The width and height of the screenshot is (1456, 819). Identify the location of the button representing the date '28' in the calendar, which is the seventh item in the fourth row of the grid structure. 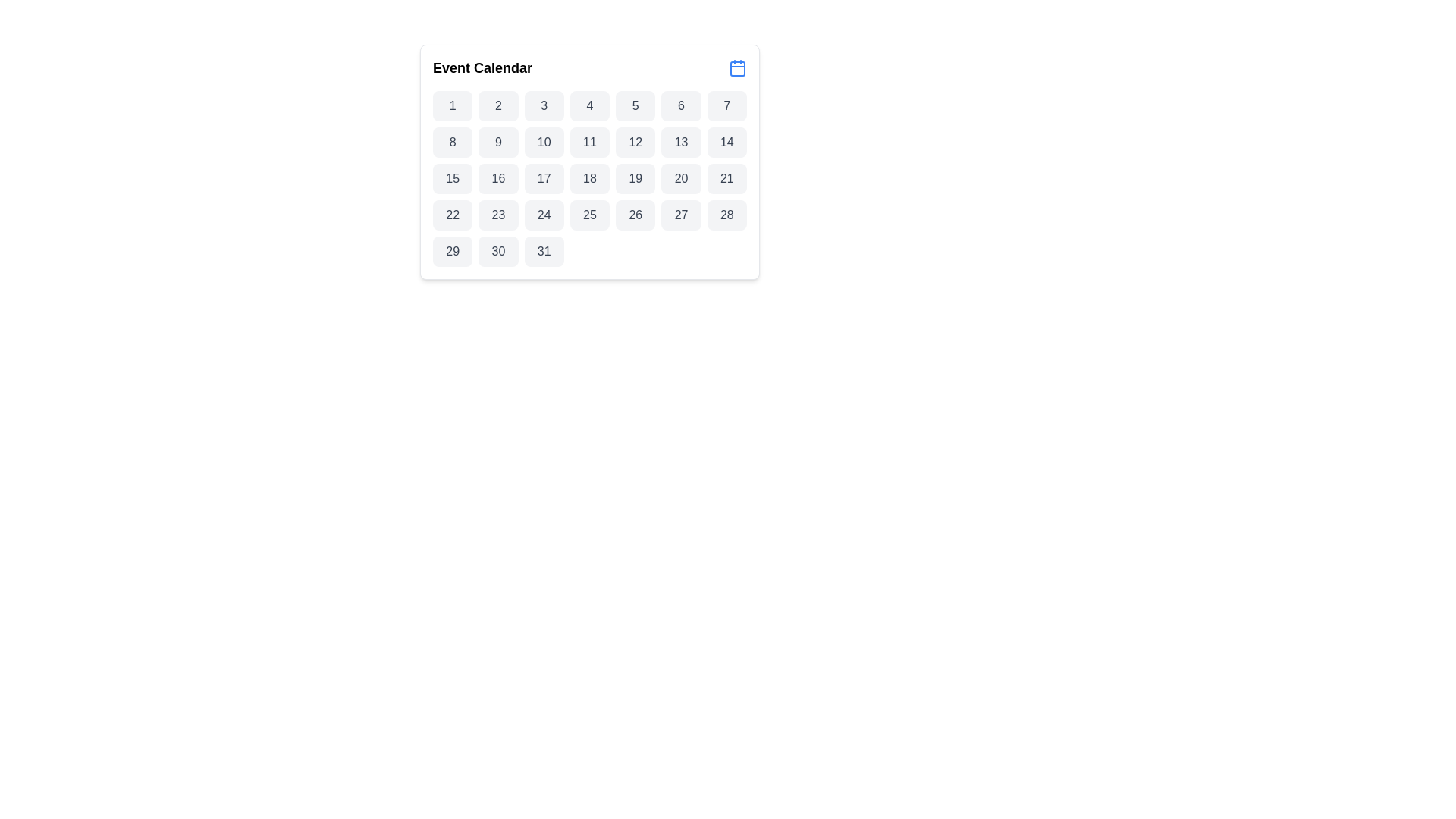
(726, 215).